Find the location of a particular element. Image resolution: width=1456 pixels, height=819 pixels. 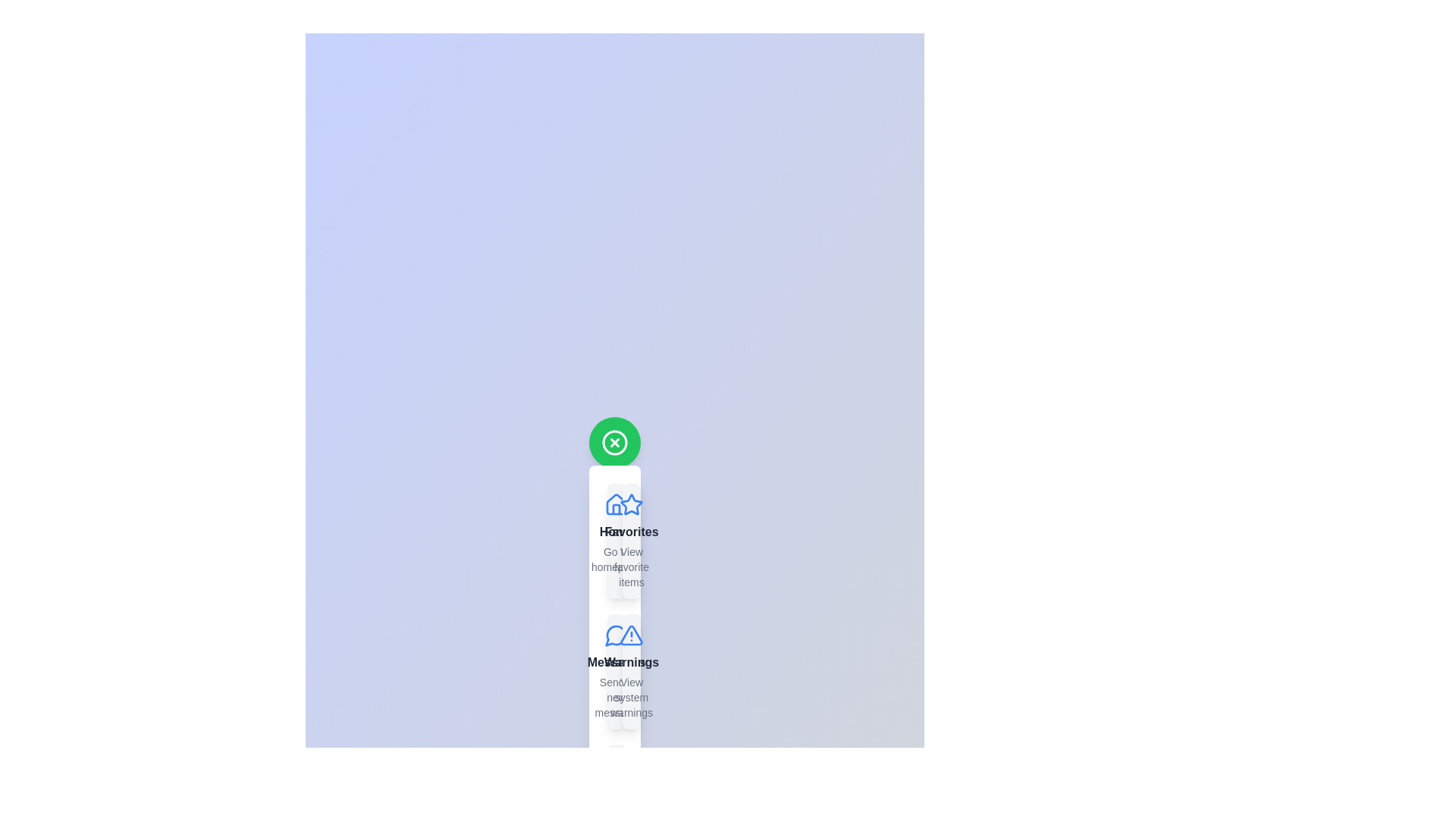

the menu item labeled Warnings is located at coordinates (632, 671).